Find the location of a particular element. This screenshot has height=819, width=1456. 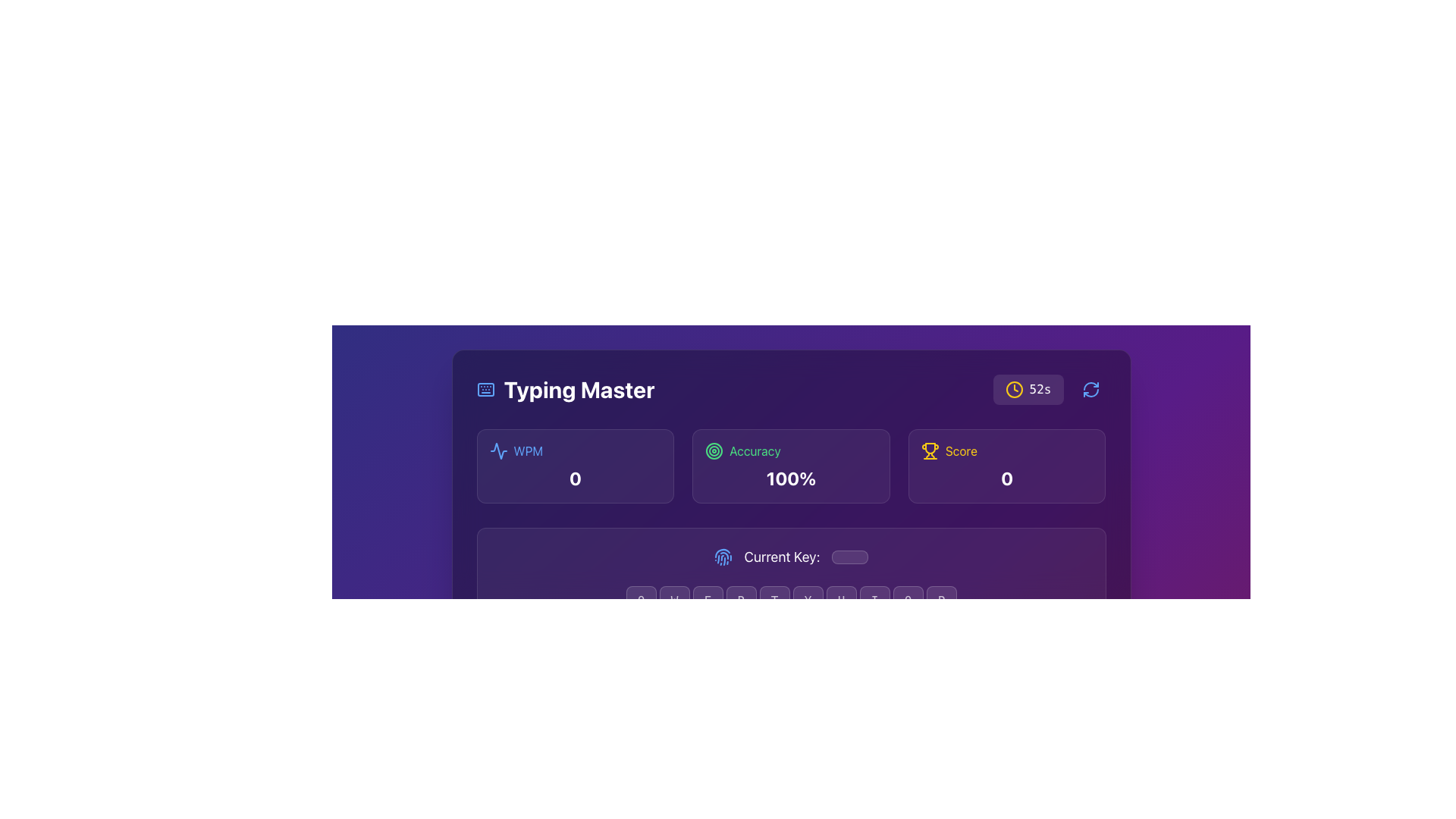

the 'S' button, which is part of a keyboard-like interface is located at coordinates (690, 637).